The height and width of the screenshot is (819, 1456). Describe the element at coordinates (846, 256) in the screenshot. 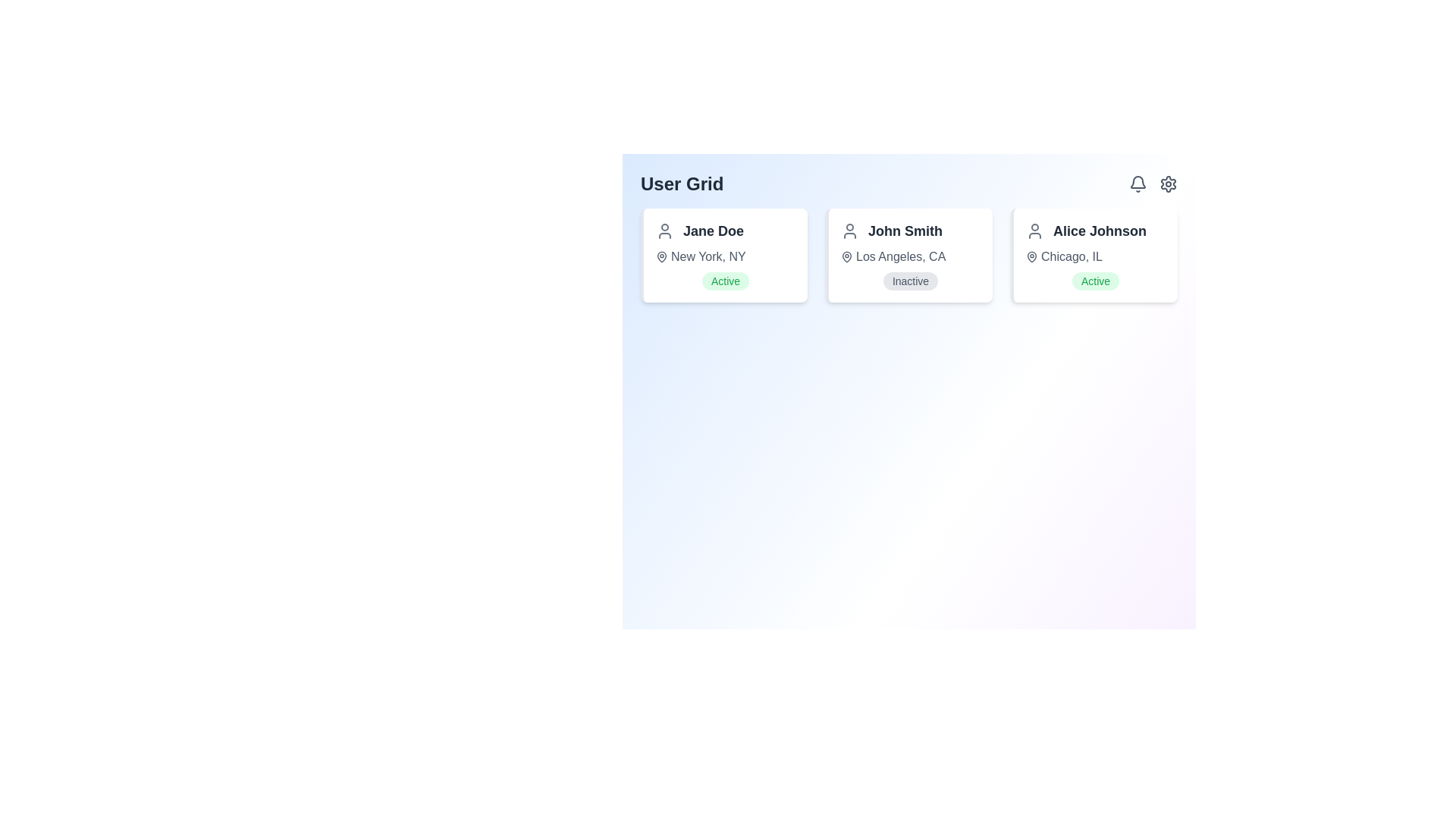

I see `the map pin icon located within the second user card, positioned left of the text 'Los Angeles, CA'` at that location.